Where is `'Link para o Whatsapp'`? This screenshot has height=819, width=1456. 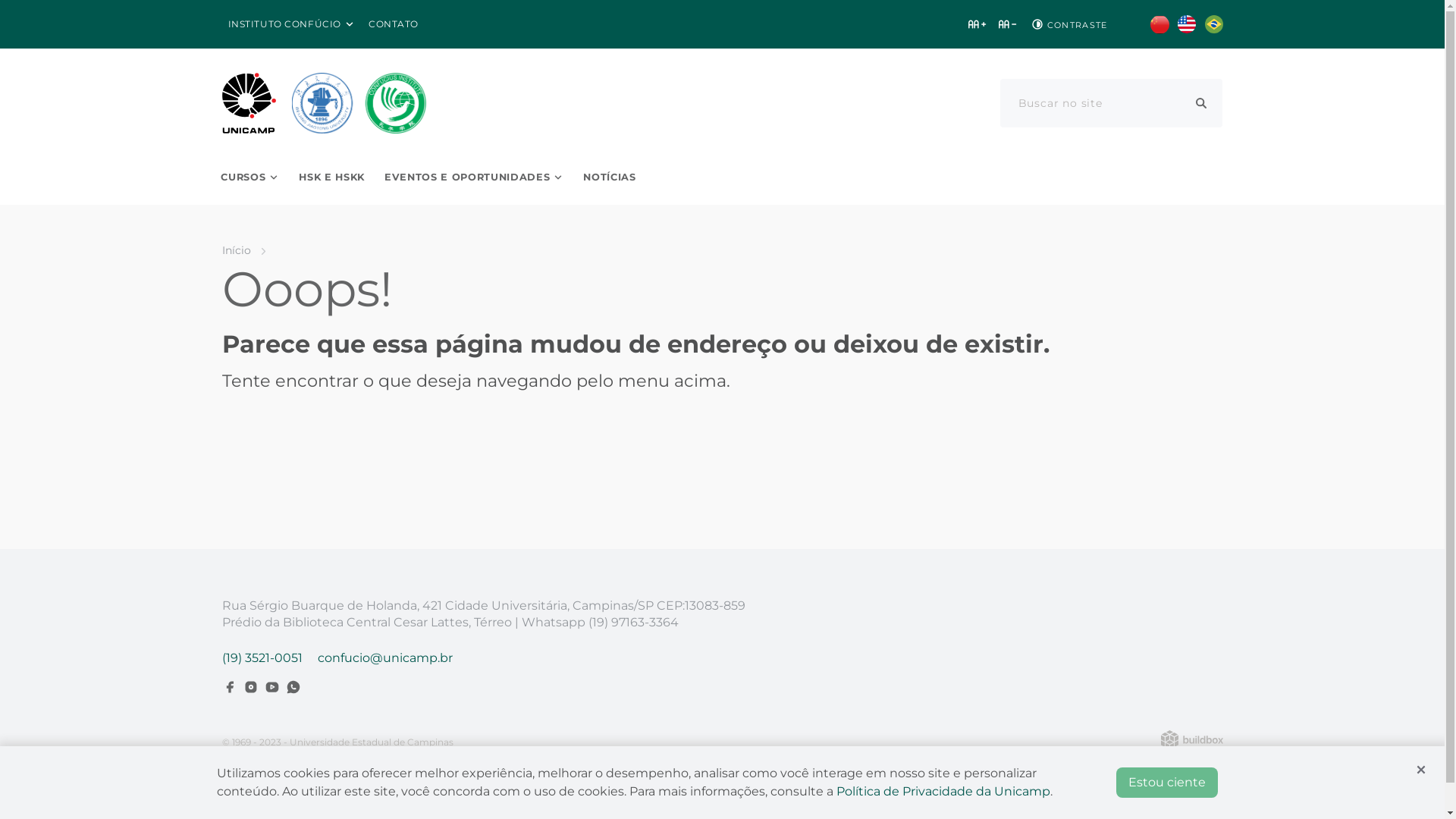 'Link para o Whatsapp' is located at coordinates (292, 687).